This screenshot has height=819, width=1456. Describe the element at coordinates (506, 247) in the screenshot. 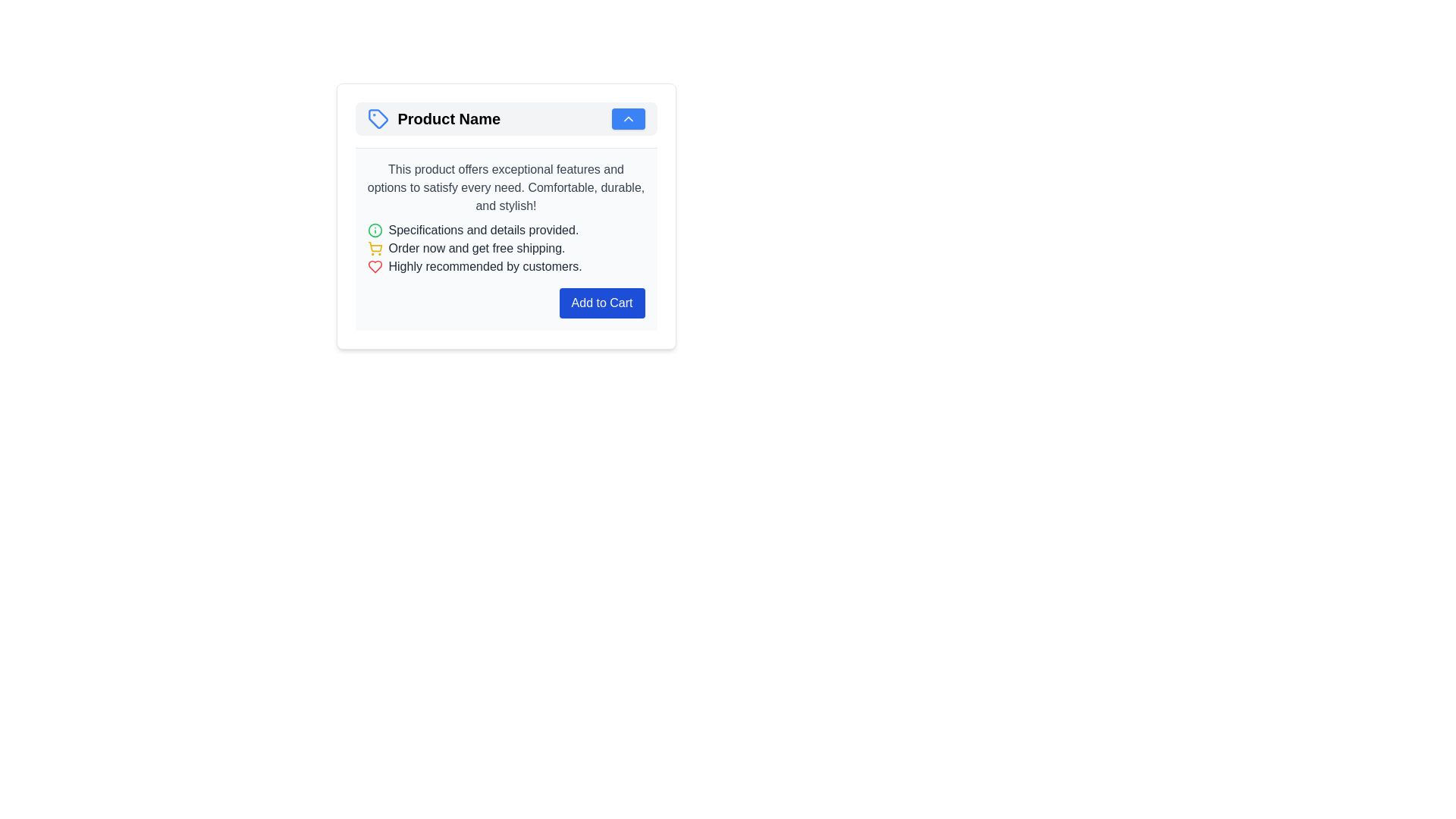

I see `promotional information about free shipping, which is the second item in a vertical list, located slightly below the center horizontally and centrally vertically` at that location.